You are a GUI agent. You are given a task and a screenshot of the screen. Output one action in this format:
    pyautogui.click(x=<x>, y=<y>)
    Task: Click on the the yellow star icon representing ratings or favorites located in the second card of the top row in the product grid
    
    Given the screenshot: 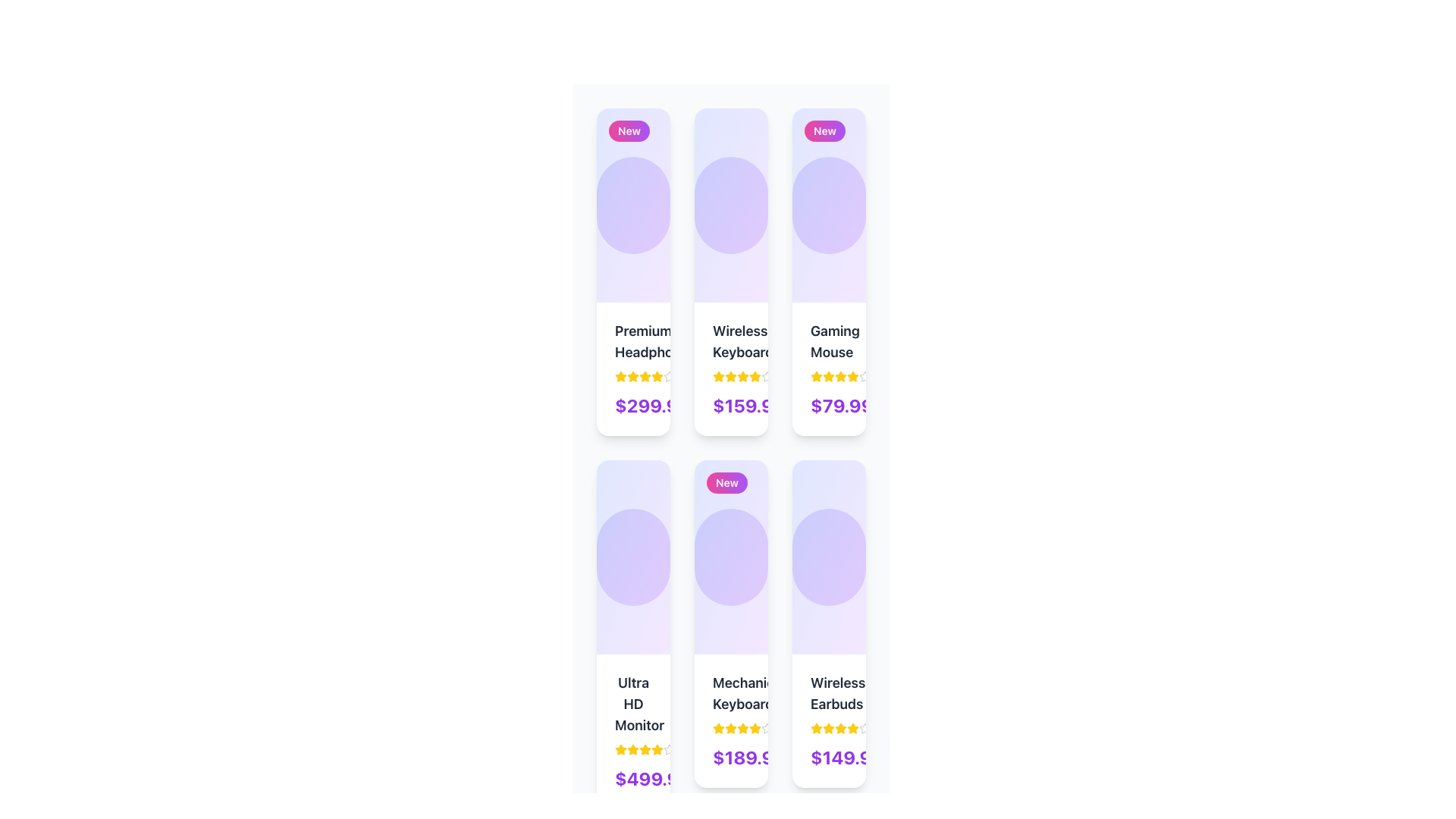 What is the action you would take?
    pyautogui.click(x=731, y=375)
    